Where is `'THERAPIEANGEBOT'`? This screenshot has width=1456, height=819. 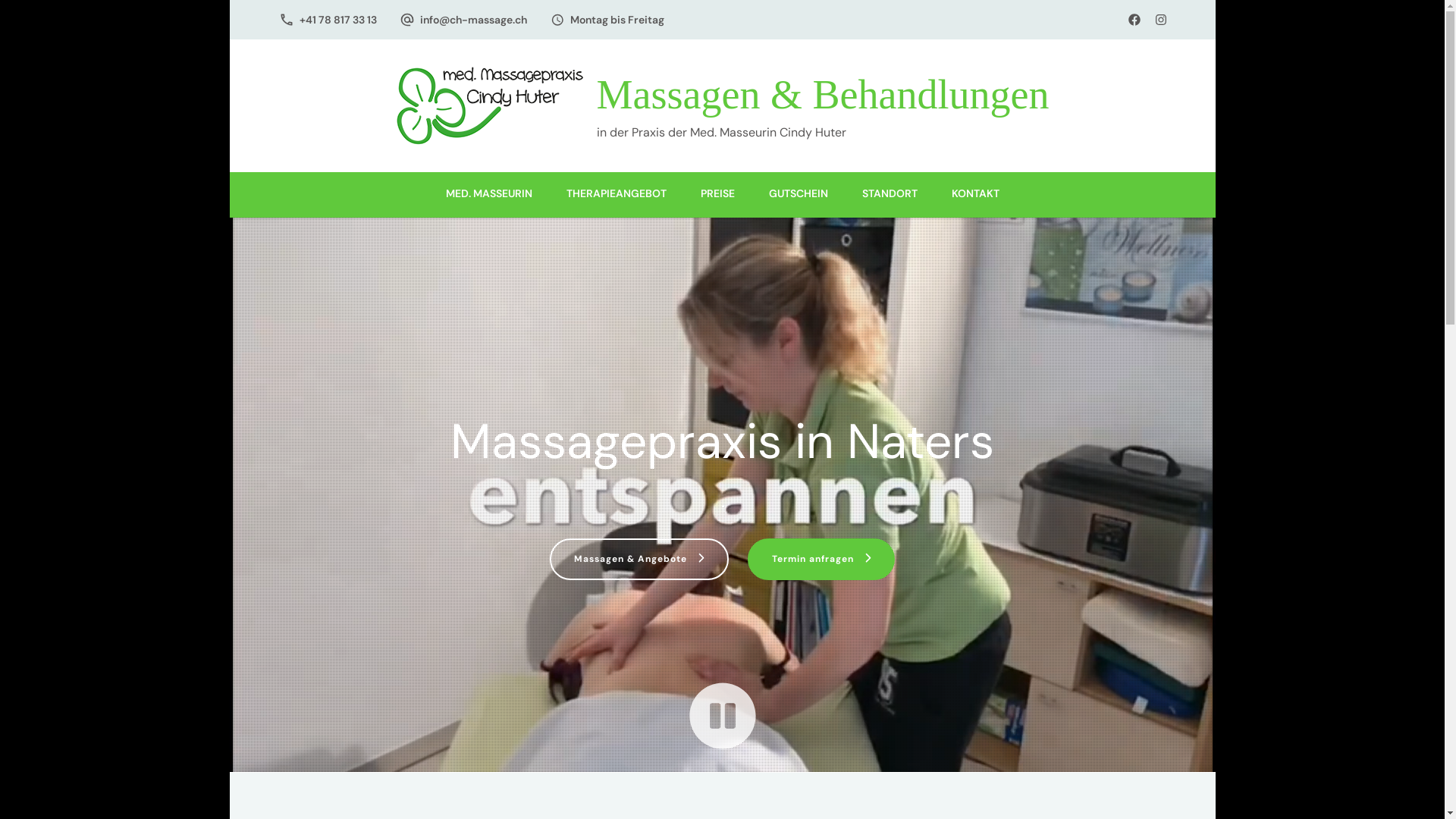 'THERAPIEANGEBOT' is located at coordinates (615, 194).